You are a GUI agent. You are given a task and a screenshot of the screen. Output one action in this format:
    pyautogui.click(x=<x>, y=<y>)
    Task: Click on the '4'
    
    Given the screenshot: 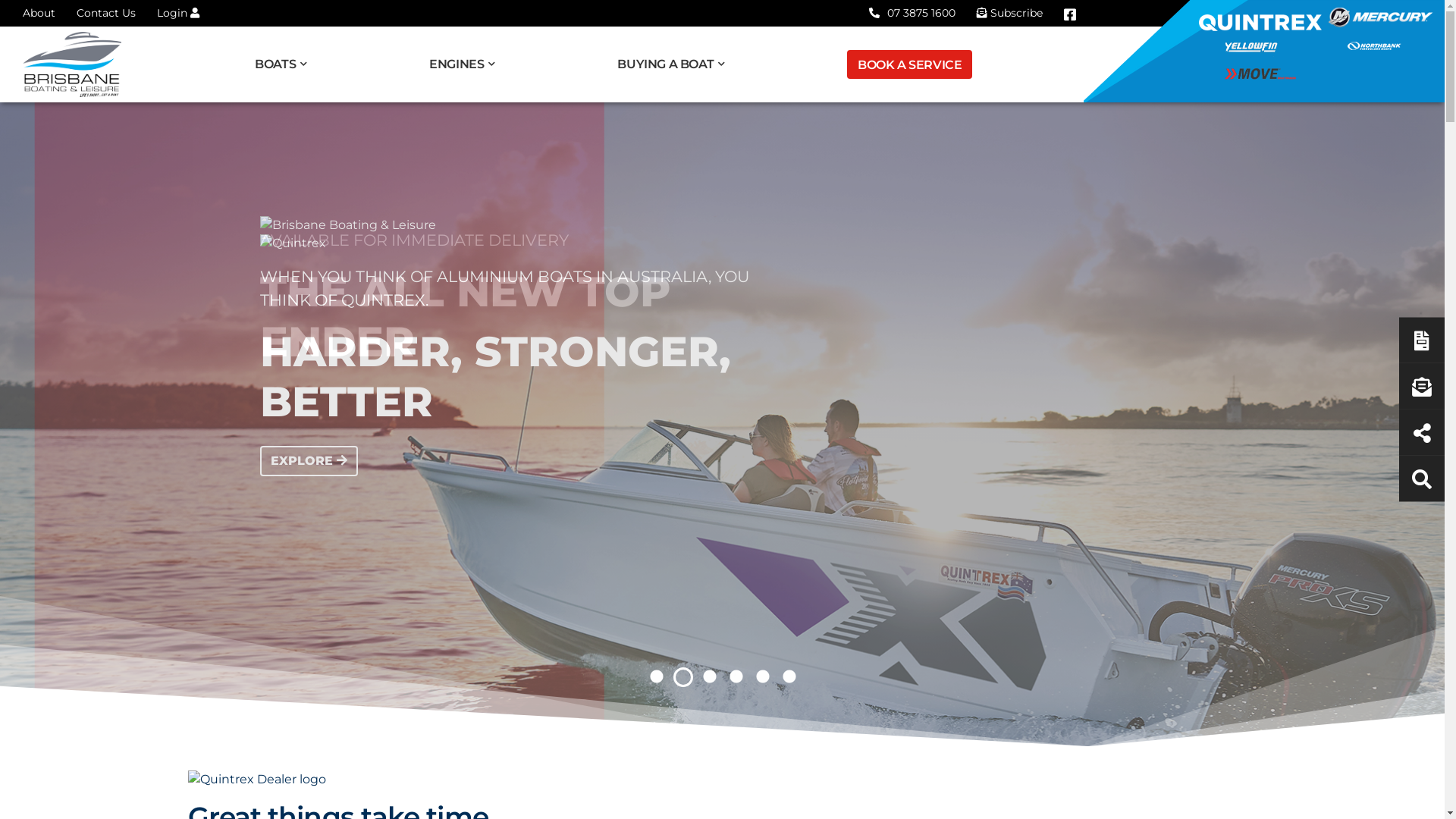 What is the action you would take?
    pyautogui.click(x=736, y=676)
    